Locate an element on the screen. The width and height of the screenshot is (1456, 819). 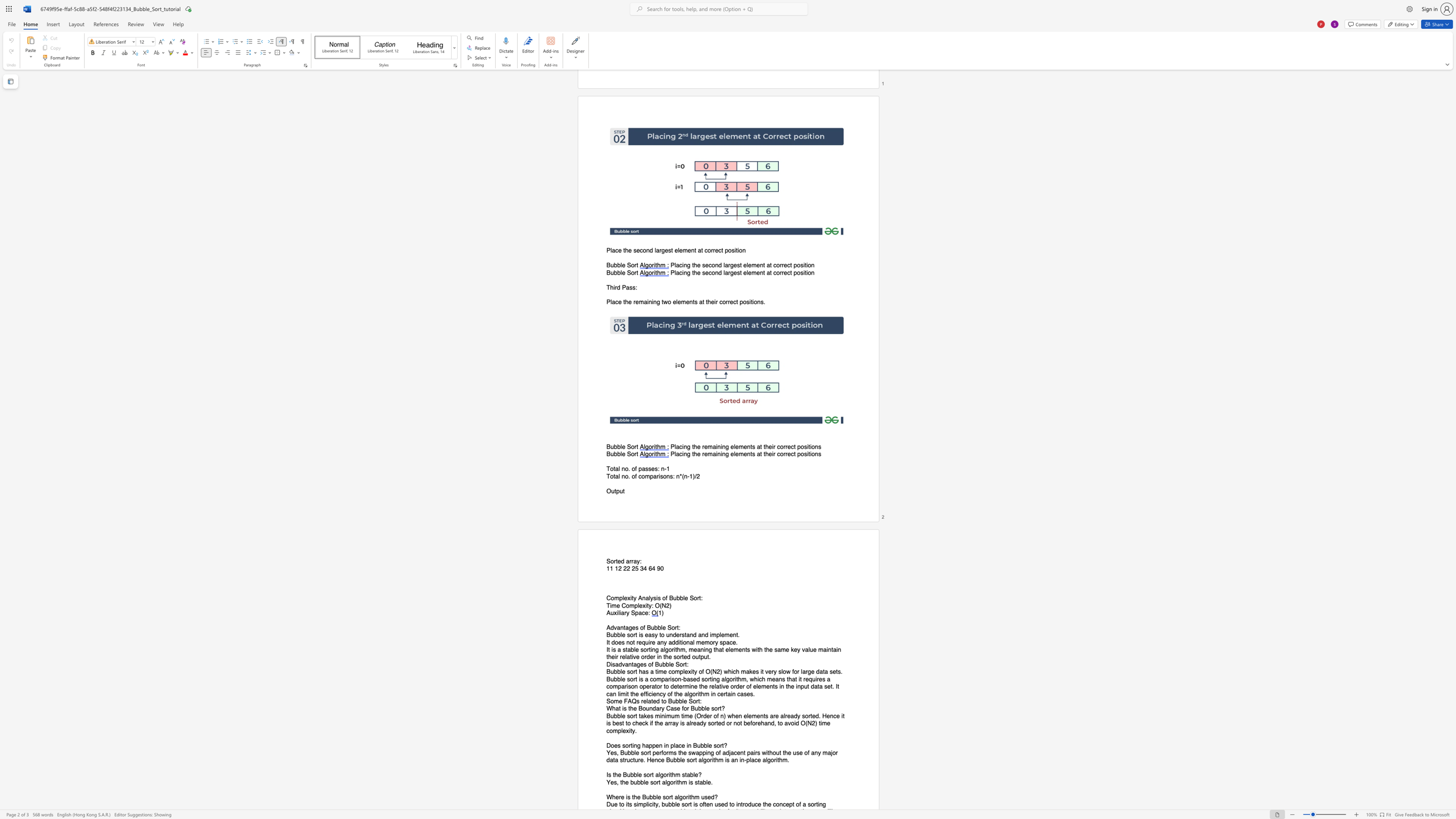
the 3th character "o" in the text is located at coordinates (715, 708).